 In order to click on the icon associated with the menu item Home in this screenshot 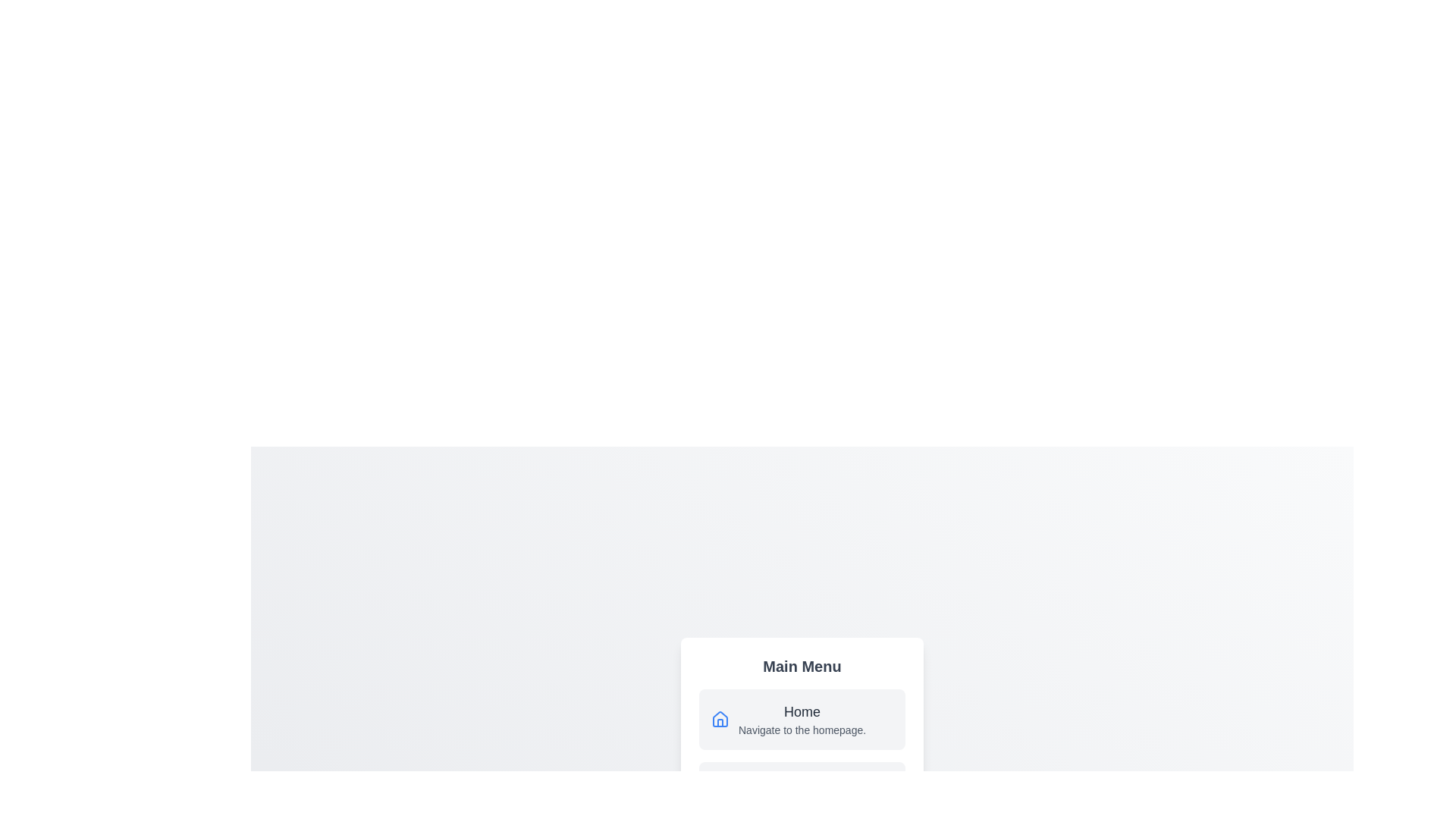, I will do `click(720, 718)`.